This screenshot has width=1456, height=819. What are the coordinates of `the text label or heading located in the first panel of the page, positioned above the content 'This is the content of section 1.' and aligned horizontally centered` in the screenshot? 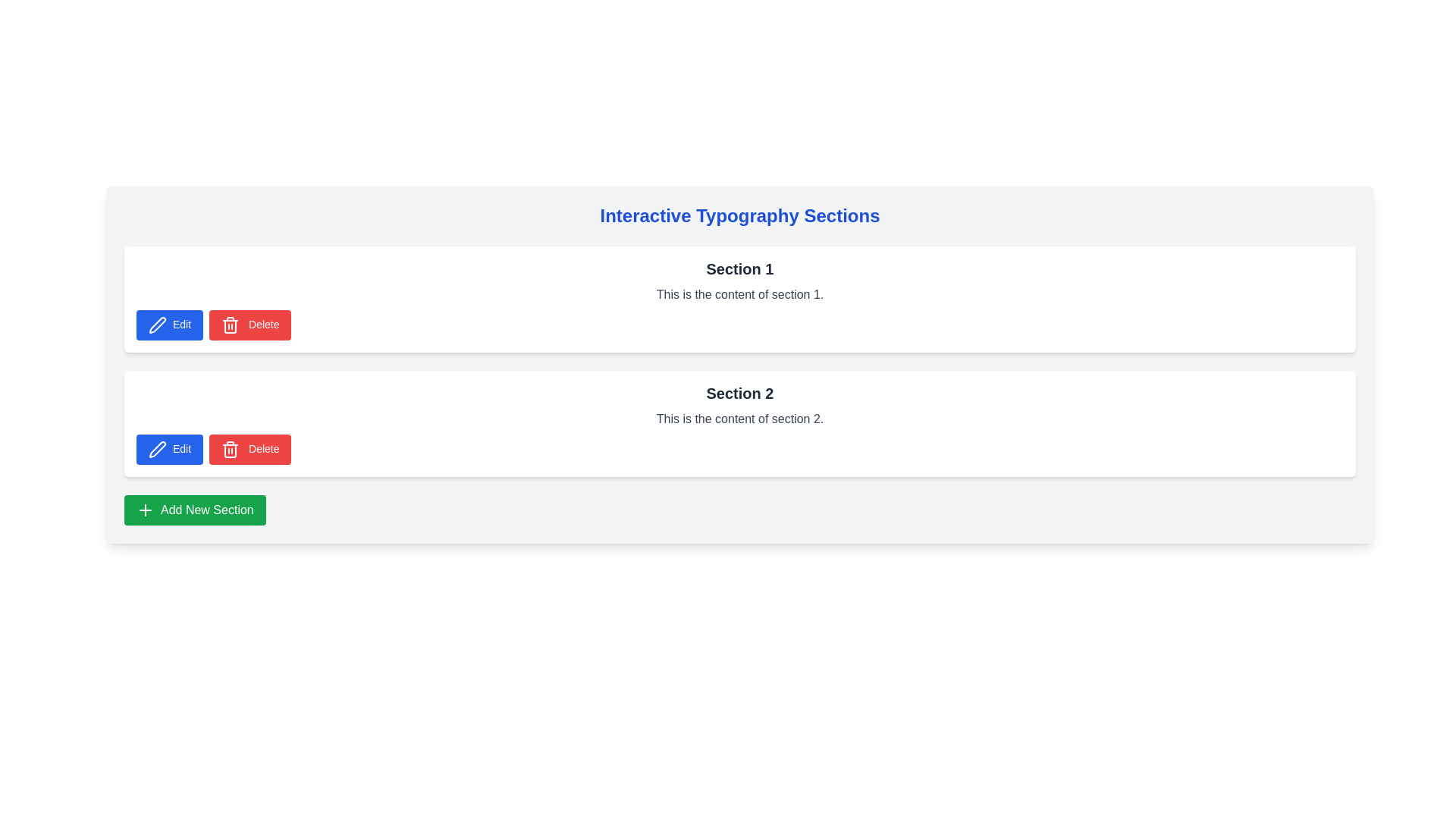 It's located at (739, 268).